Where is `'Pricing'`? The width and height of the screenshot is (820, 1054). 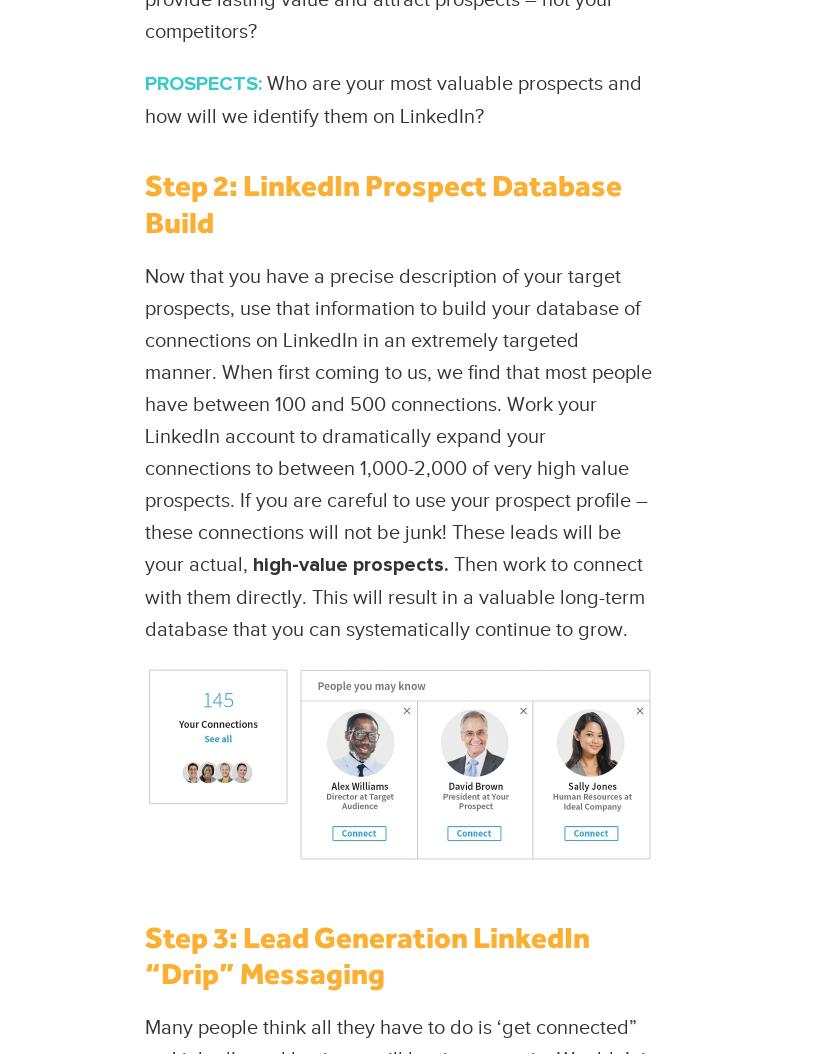
'Pricing' is located at coordinates (322, 165).